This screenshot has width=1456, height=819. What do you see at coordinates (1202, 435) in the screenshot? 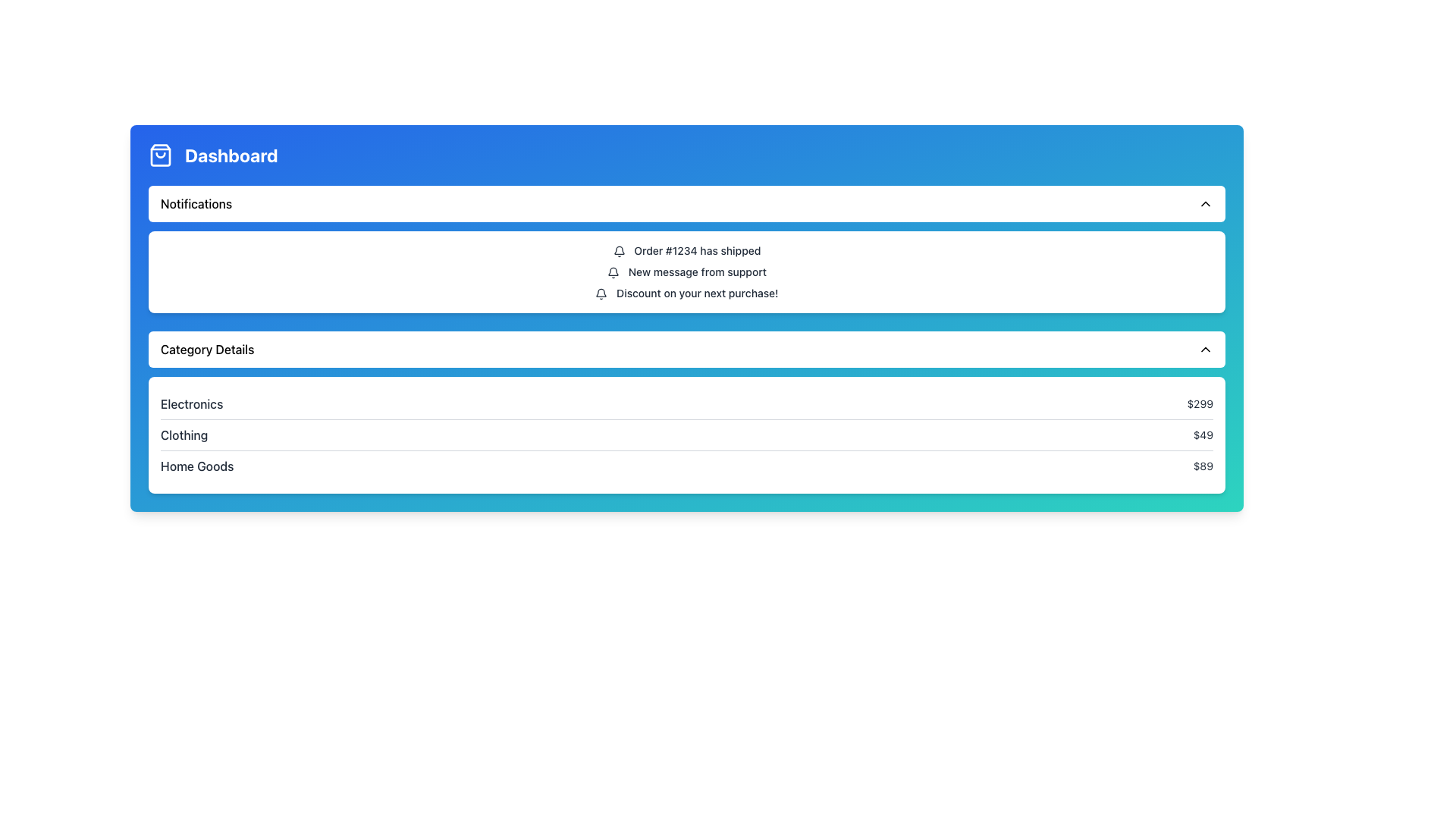
I see `the value displayed in the text label '$49' located at the far right of the 'Clothing' row in the 'Category Details' table` at bounding box center [1202, 435].